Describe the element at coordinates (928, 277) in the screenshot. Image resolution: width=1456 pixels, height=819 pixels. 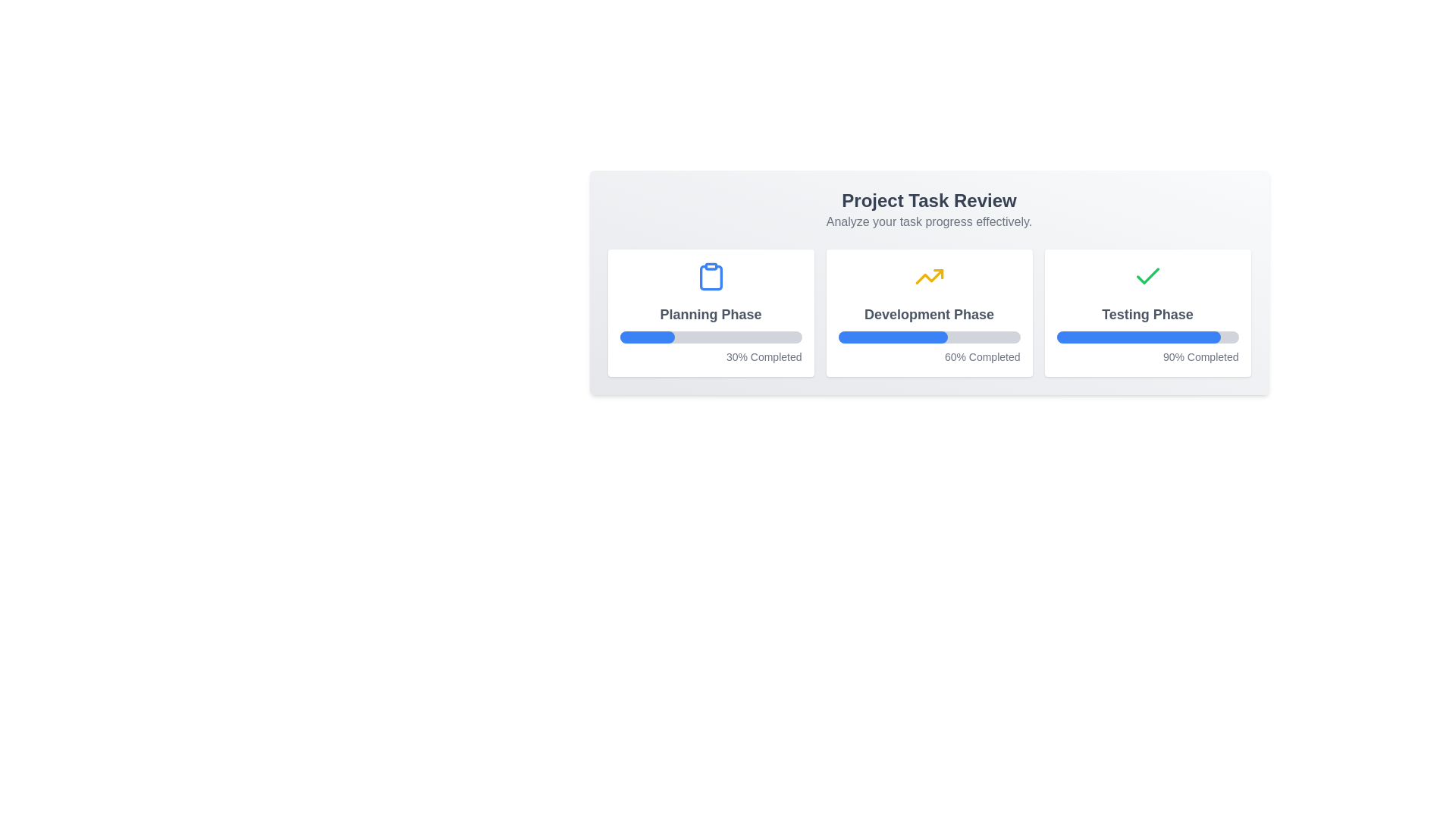
I see `the progress icon located in the header section of the 'Development Phase' card, which is the second card in a row of three cards` at that location.